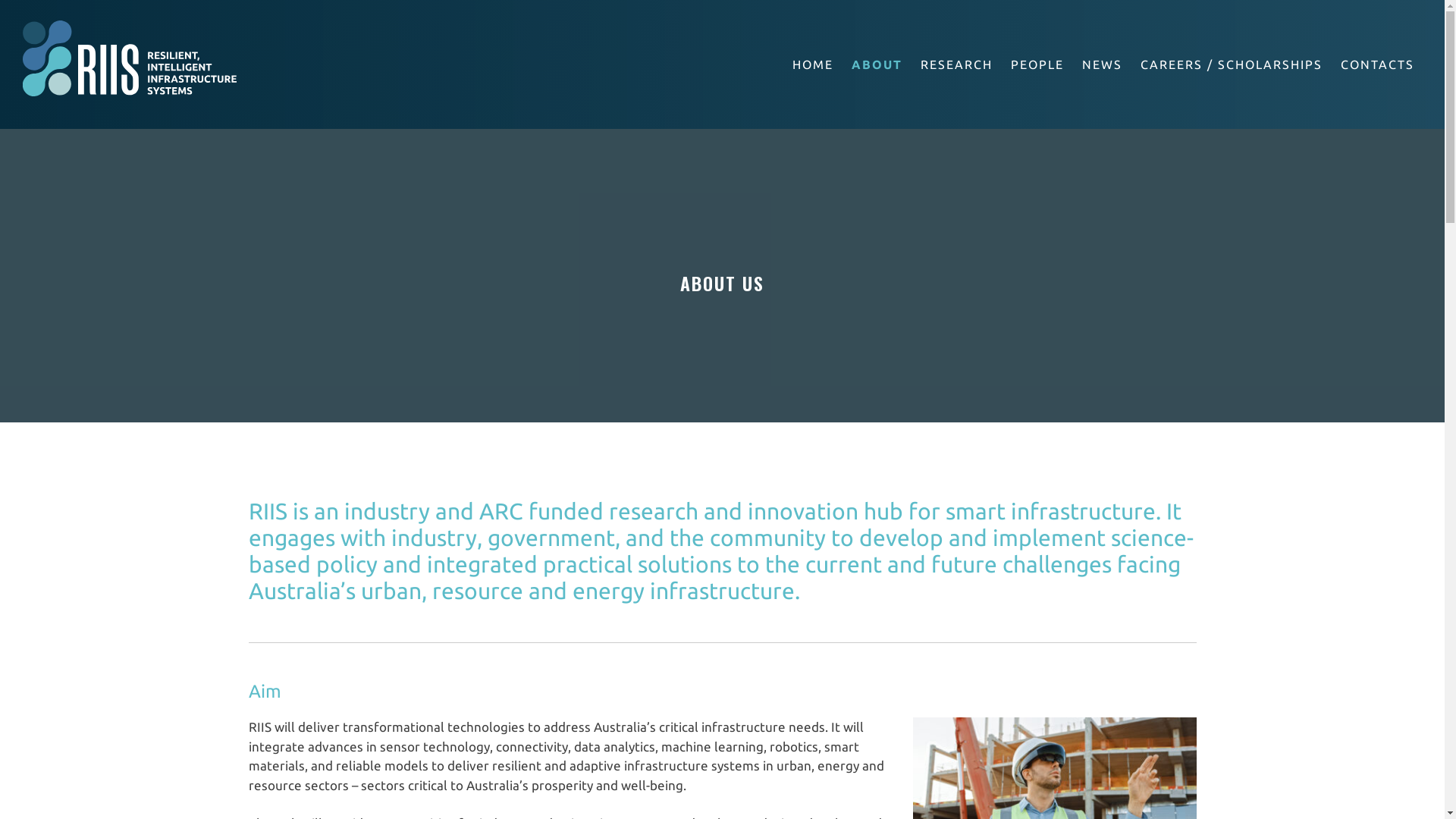 This screenshot has width=1456, height=819. Describe the element at coordinates (1037, 63) in the screenshot. I see `'PEOPLE'` at that location.